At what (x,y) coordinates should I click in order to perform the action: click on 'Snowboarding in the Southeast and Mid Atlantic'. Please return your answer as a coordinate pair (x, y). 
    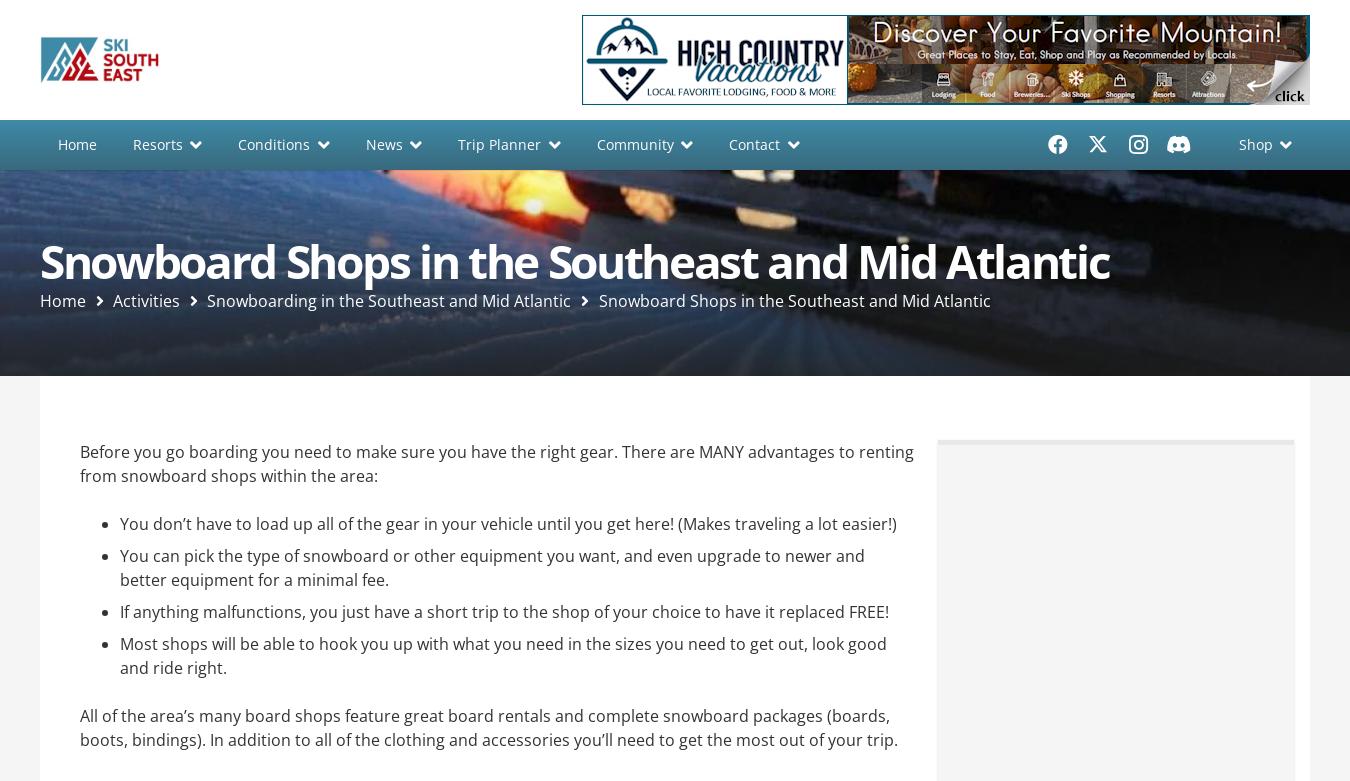
    Looking at the image, I should click on (388, 299).